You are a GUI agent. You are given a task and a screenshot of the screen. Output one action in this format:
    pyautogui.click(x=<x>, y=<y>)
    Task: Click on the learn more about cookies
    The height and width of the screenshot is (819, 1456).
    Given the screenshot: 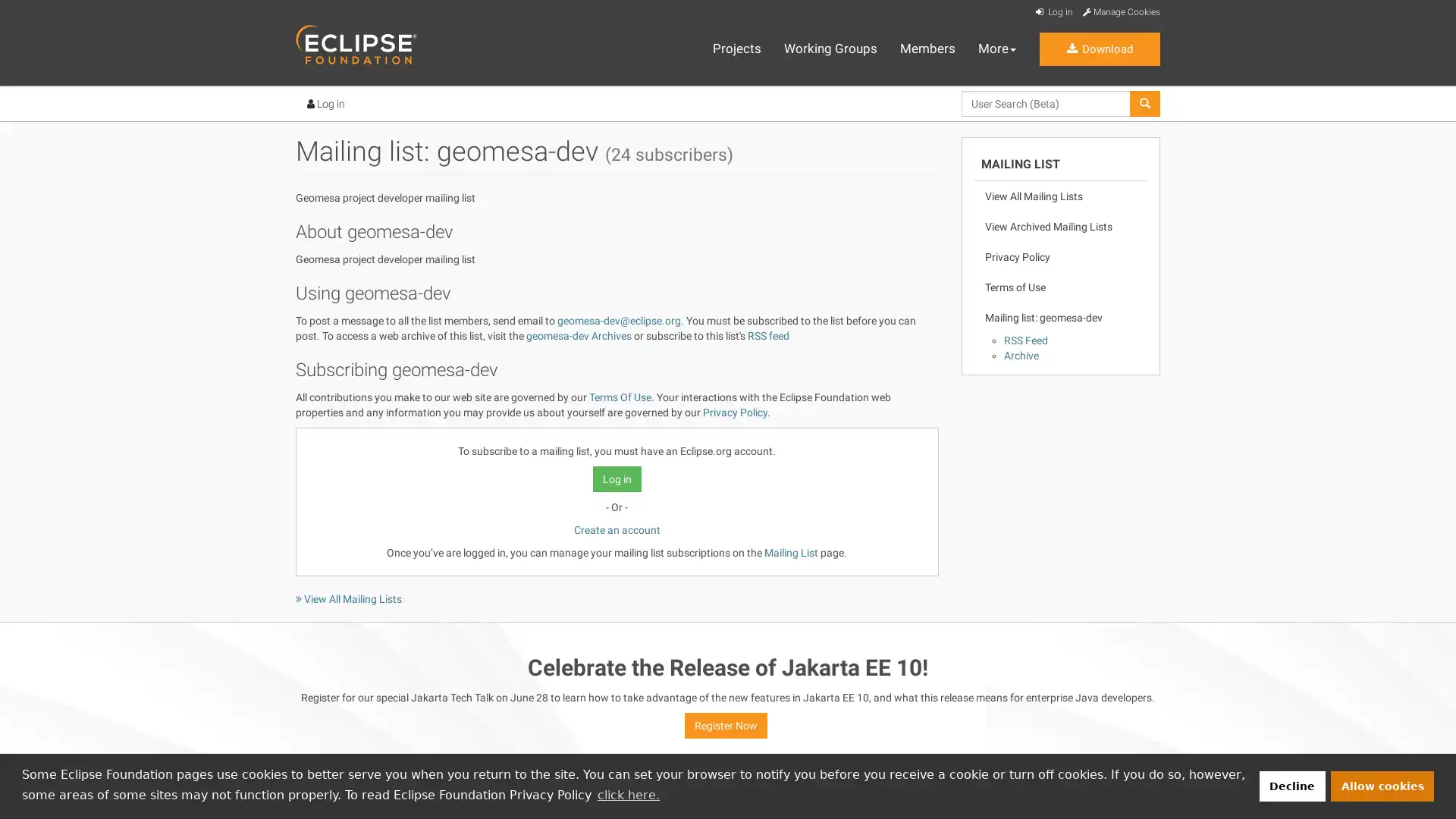 What is the action you would take?
    pyautogui.click(x=628, y=794)
    